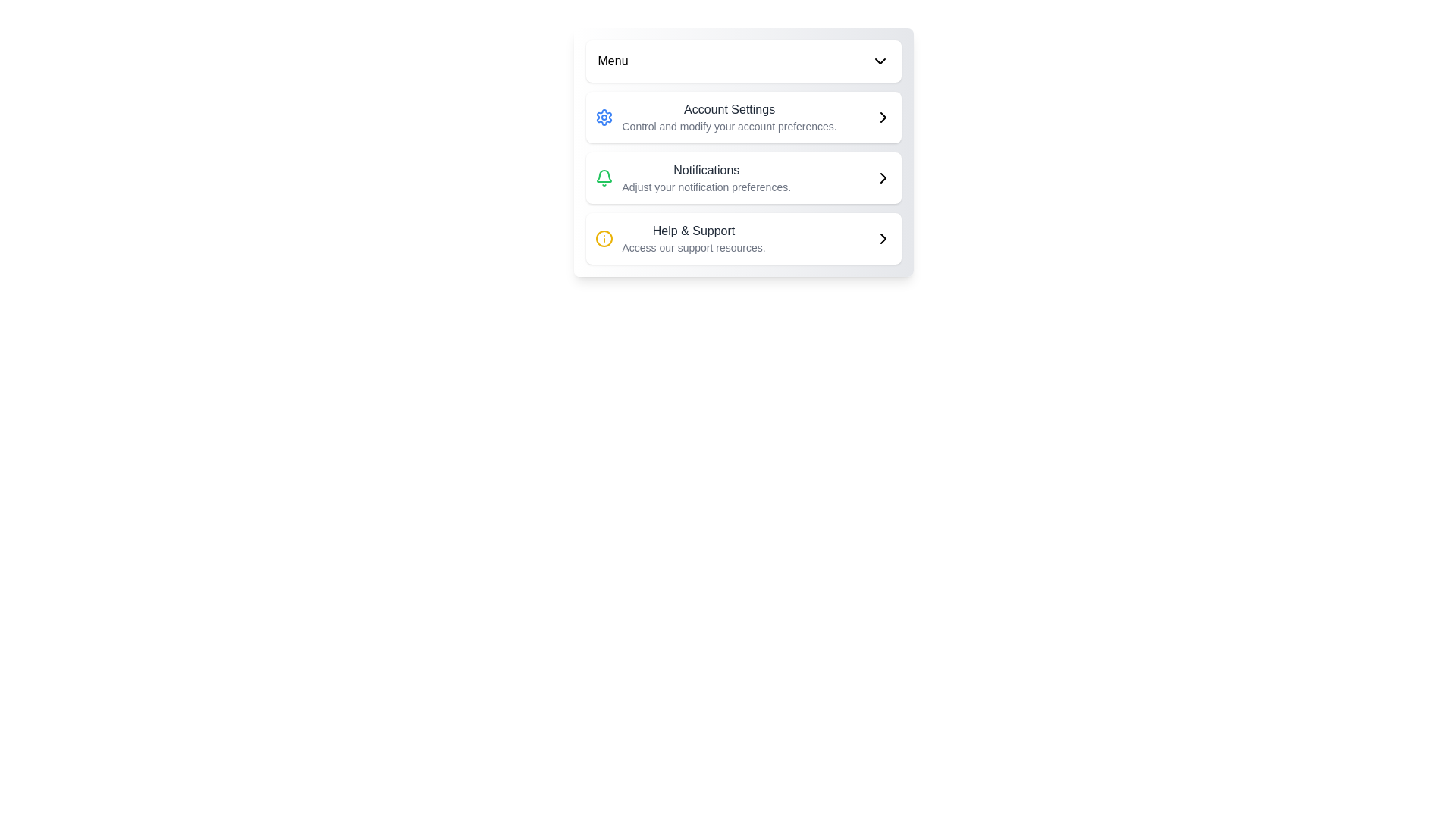  Describe the element at coordinates (883, 177) in the screenshot. I see `the chevron icon located at the rightmost side of the 'Notifications' row in the menu list, which indicates navigation to the detailed notification settings page` at that location.